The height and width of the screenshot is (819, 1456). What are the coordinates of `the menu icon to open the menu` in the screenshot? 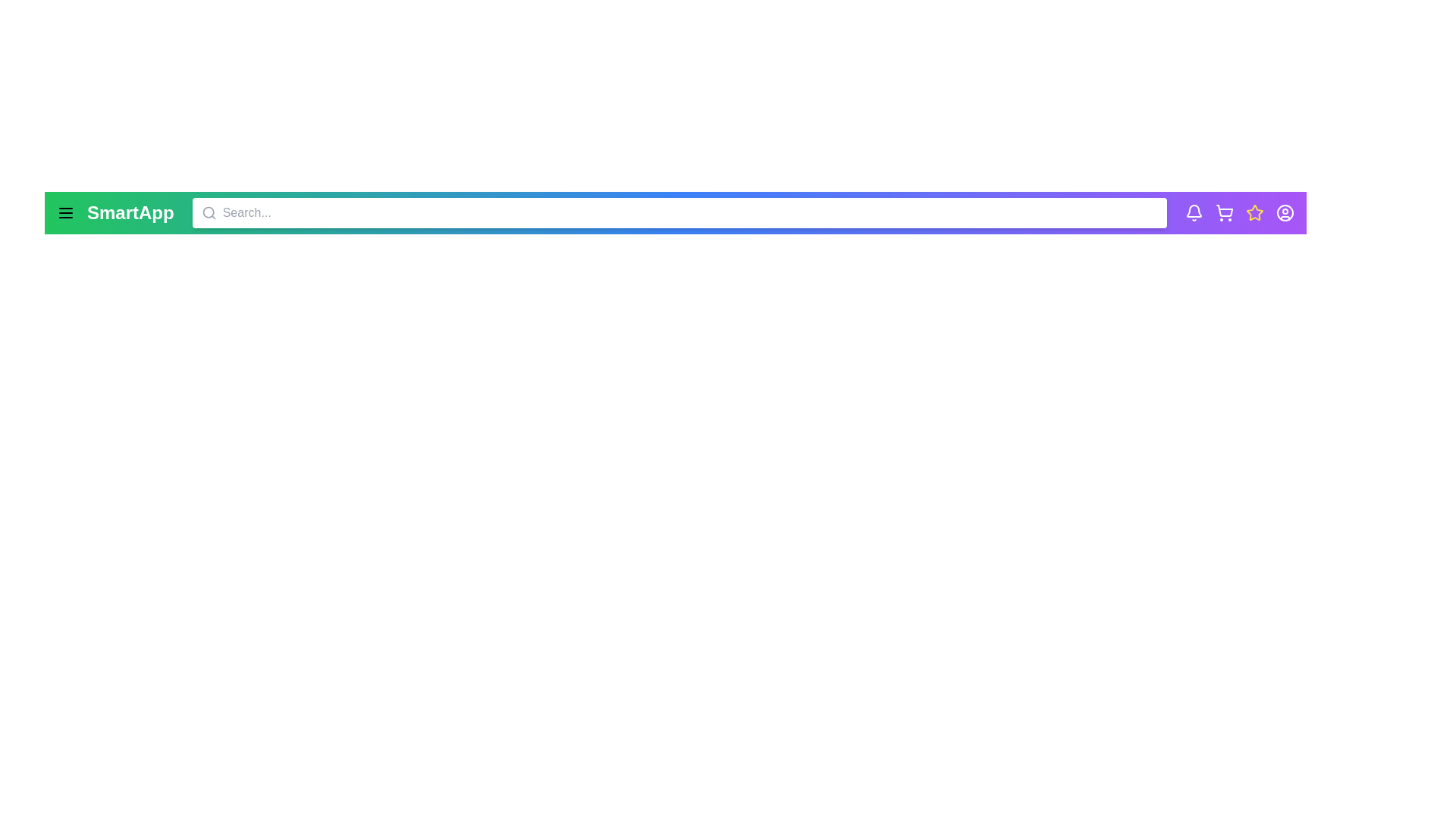 It's located at (64, 213).